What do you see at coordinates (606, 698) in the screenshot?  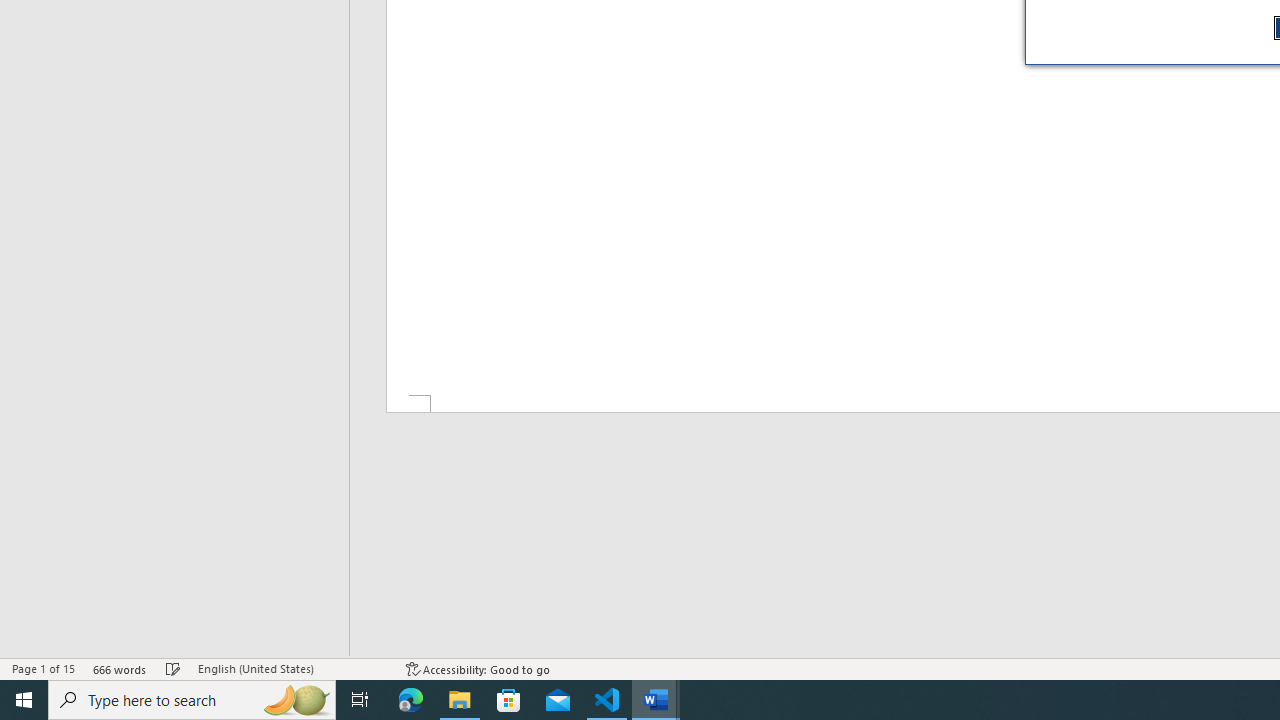 I see `'Visual Studio Code - 1 running window'` at bounding box center [606, 698].